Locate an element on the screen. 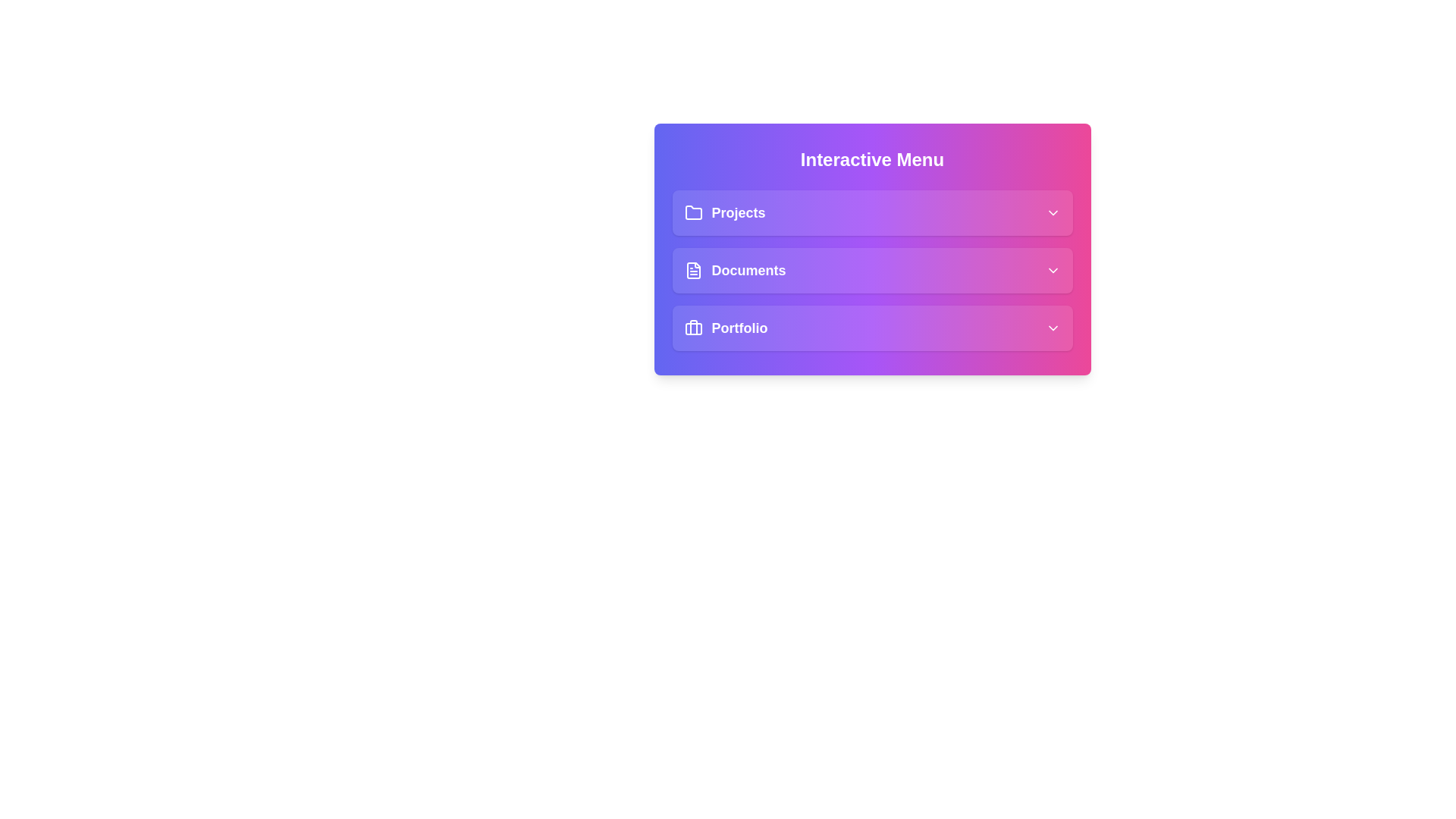 Image resolution: width=1456 pixels, height=819 pixels. the purple folder icon with rounded corners, located at the top-left corner of the 'Projects' label in the interactive menu is located at coordinates (692, 213).